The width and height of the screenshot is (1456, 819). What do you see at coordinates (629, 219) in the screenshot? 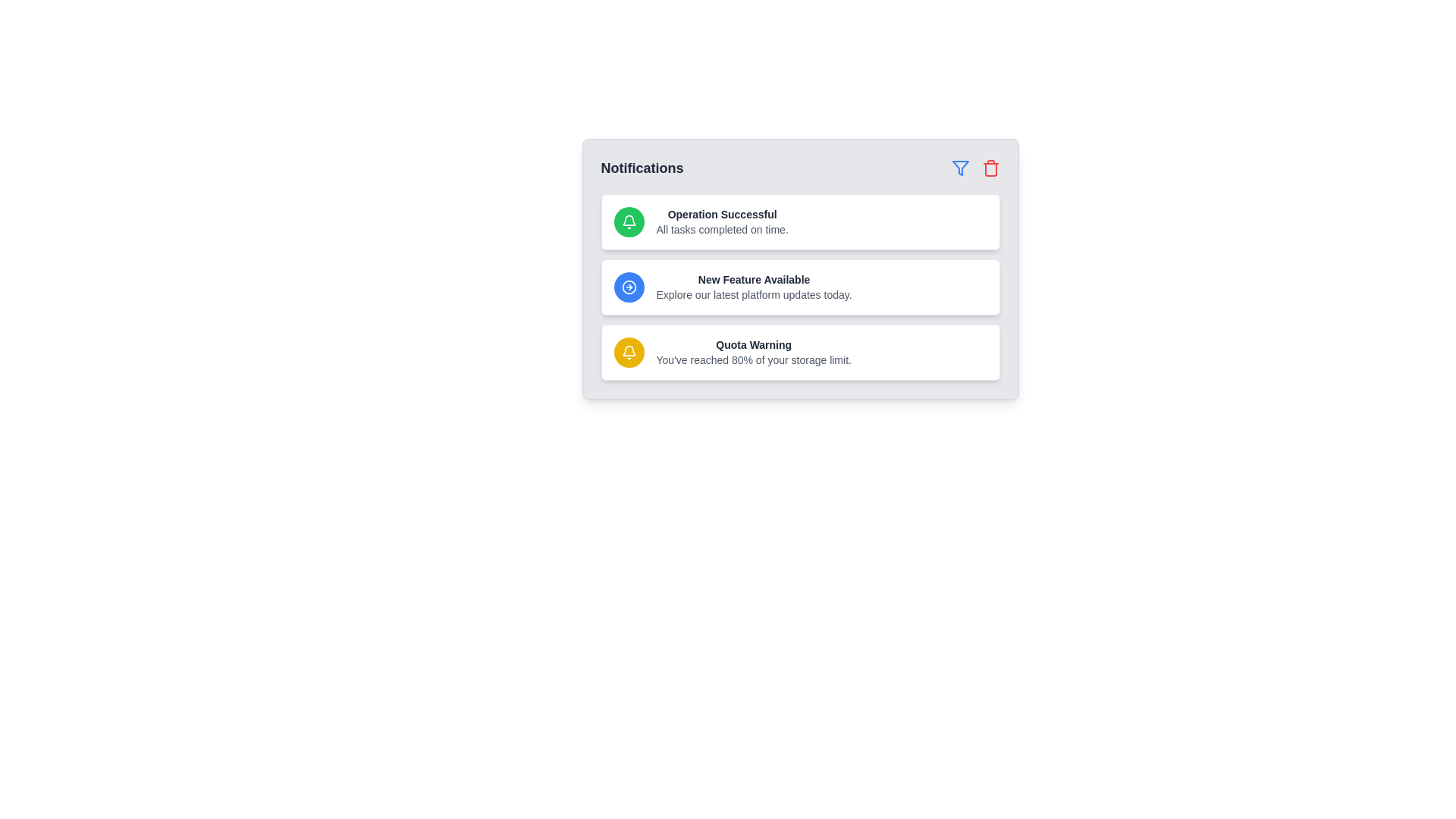
I see `the notification bell icon represented by a graphical SVG component` at bounding box center [629, 219].